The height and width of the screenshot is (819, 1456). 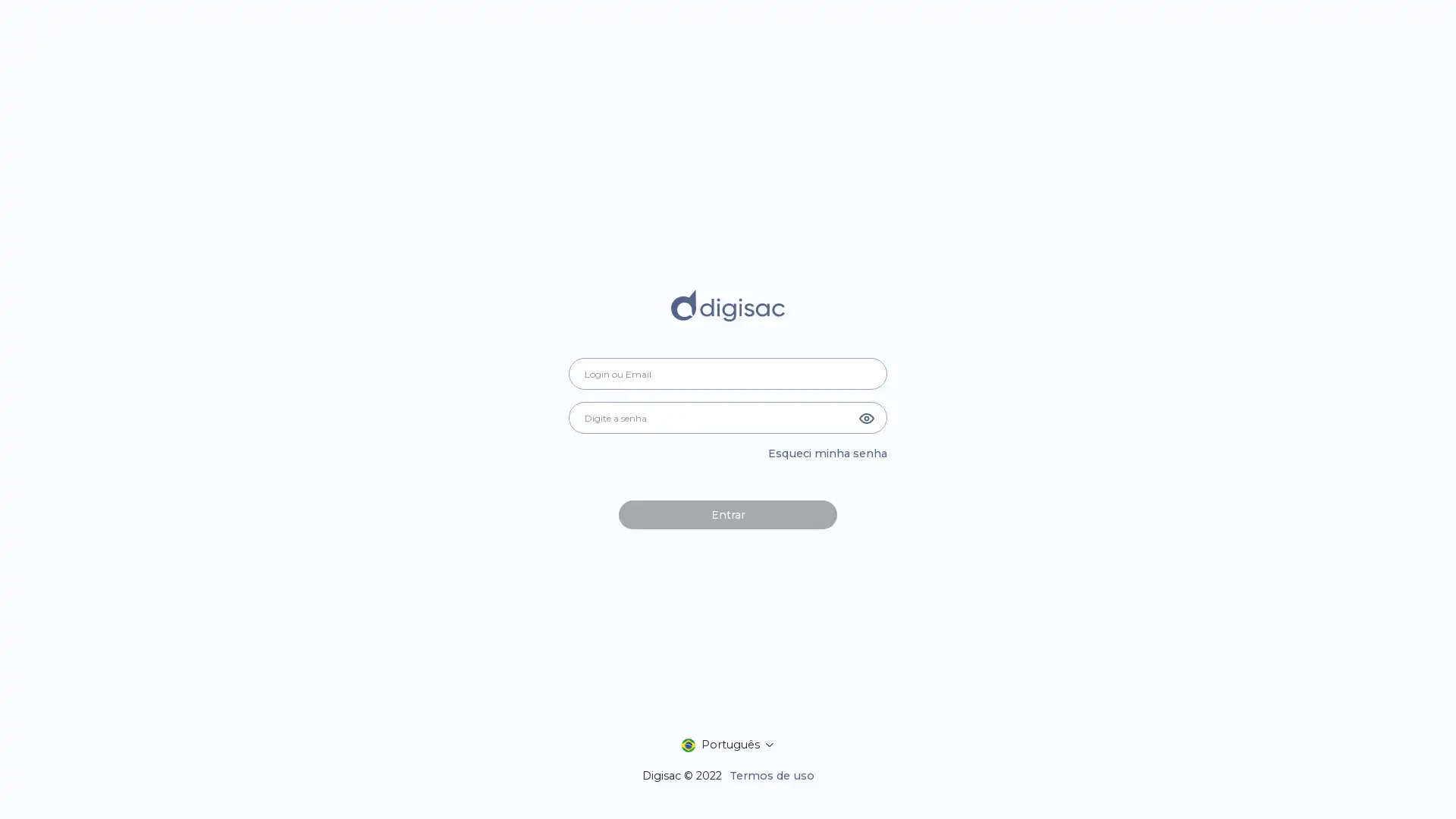 I want to click on Entrar, so click(x=728, y=513).